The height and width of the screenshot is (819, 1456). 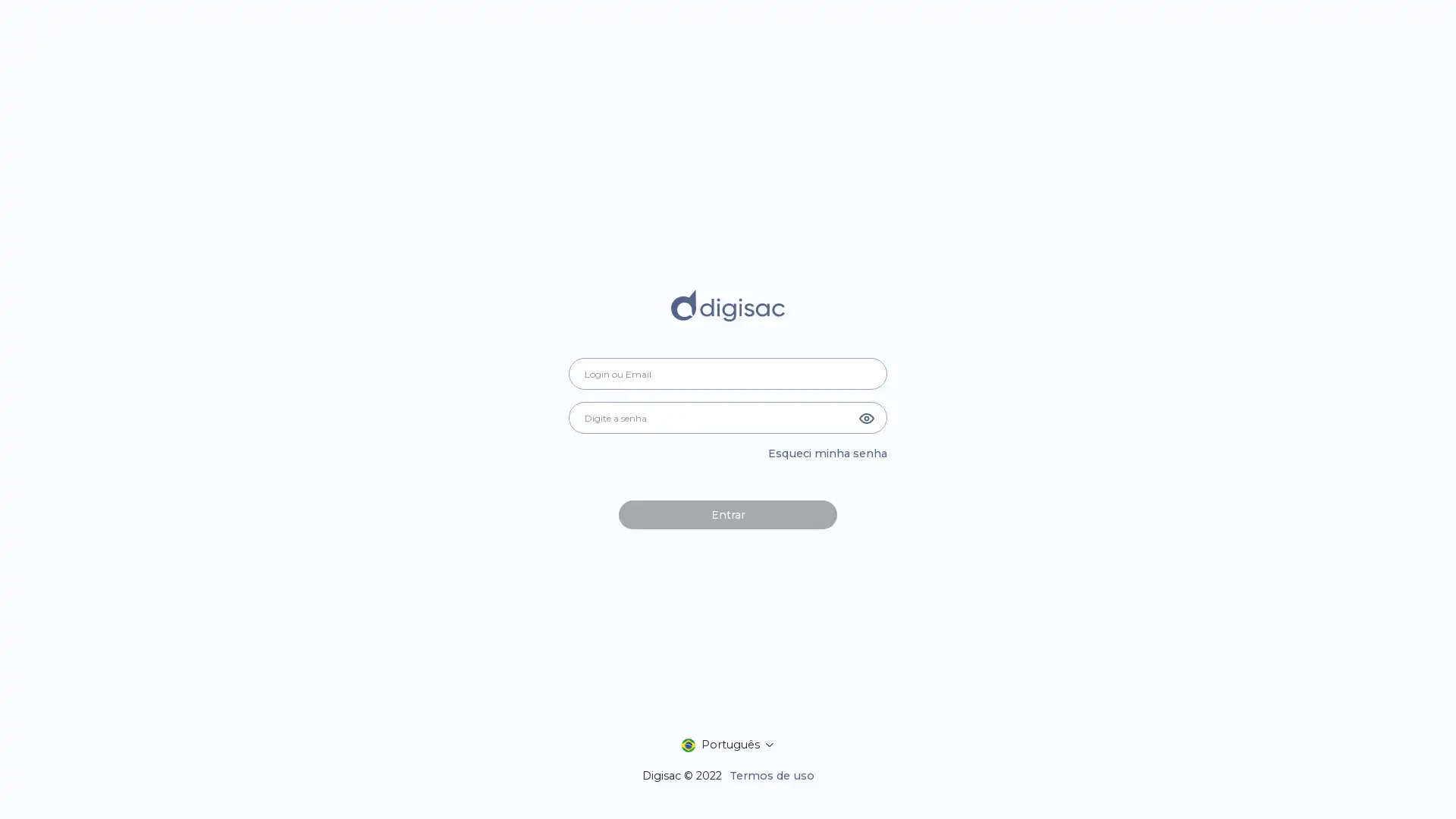 I want to click on Entrar, so click(x=728, y=513).